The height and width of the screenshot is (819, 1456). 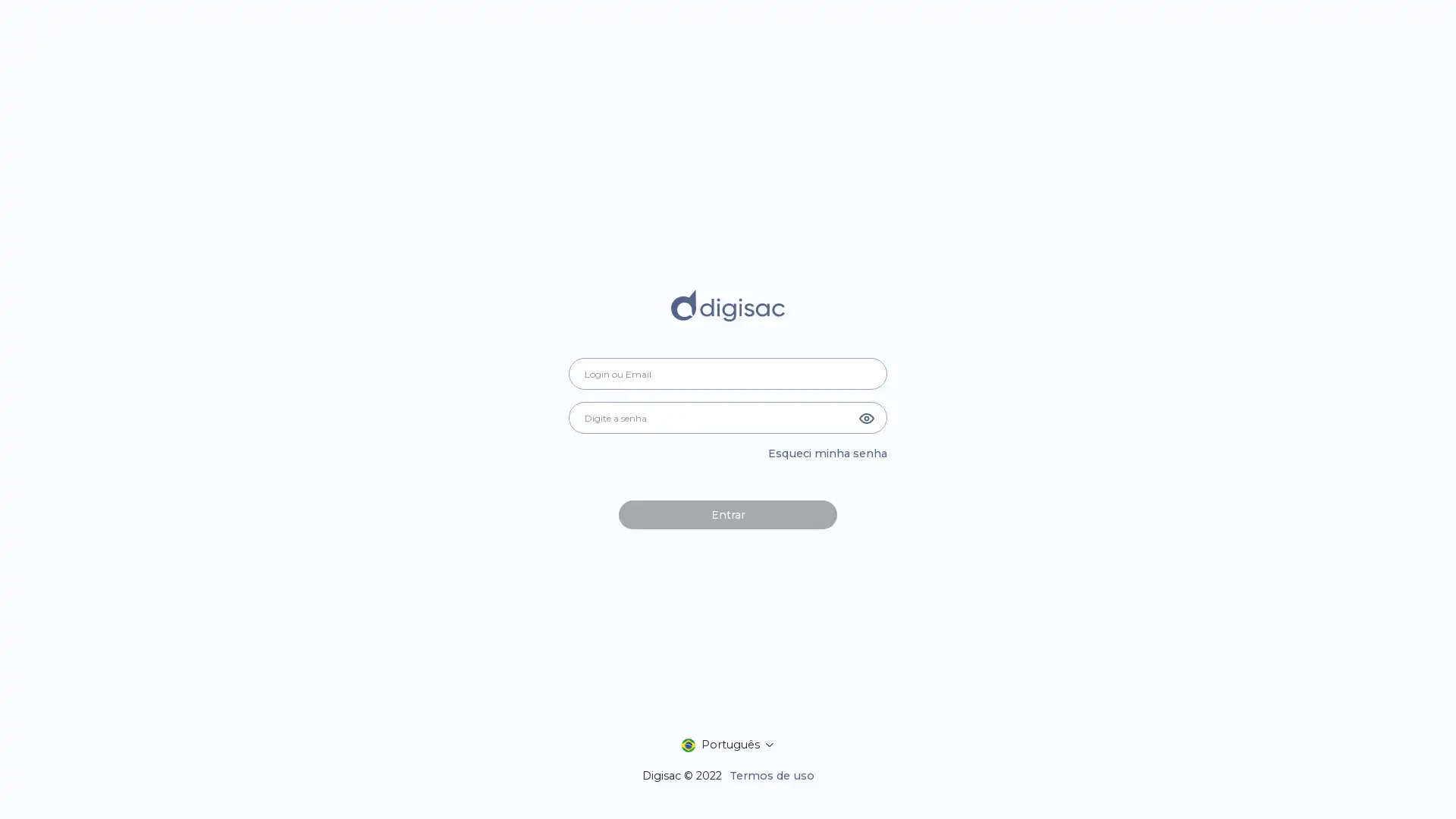 I want to click on Entrar, so click(x=728, y=513).